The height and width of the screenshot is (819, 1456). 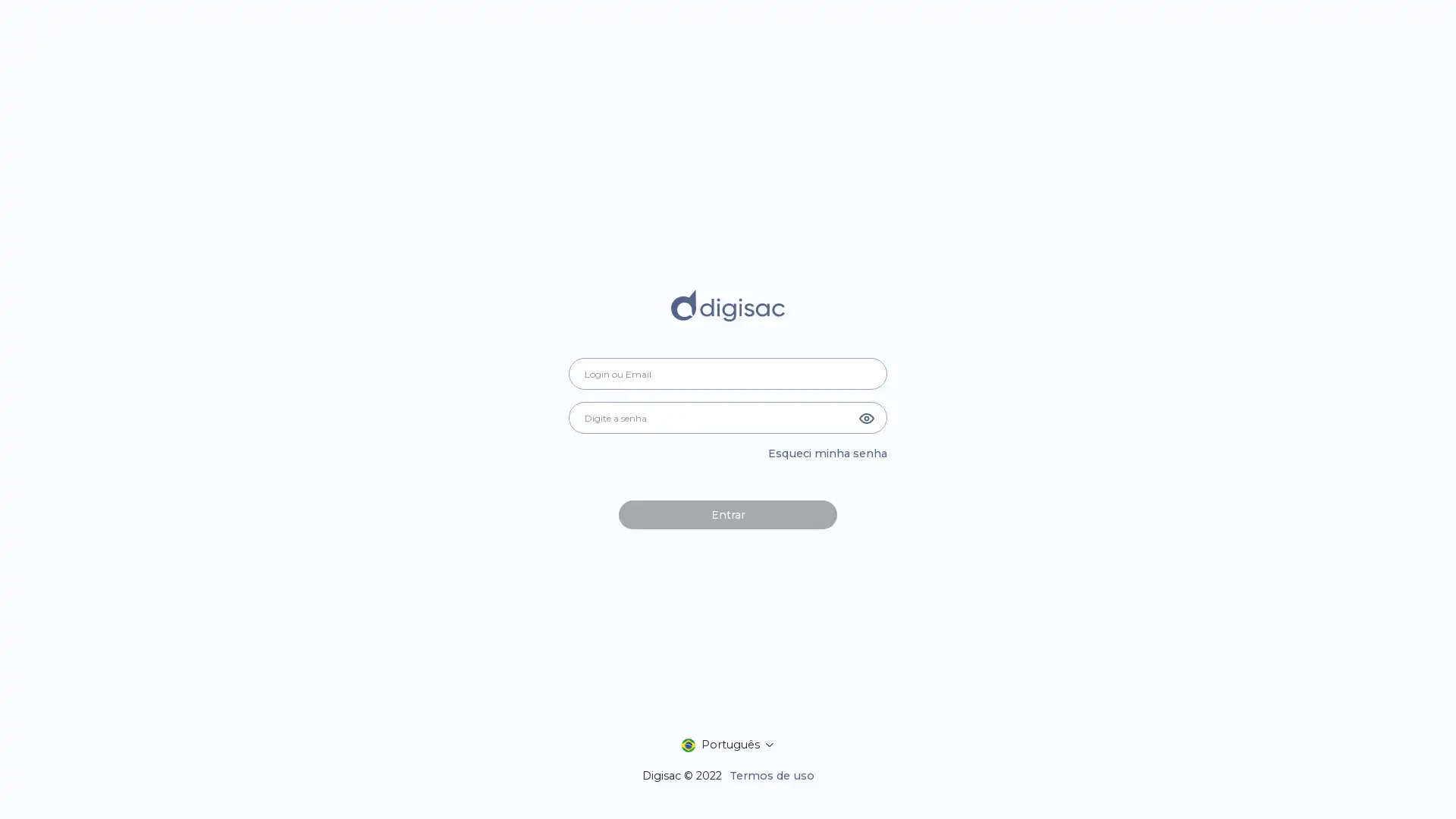 I want to click on Entrar, so click(x=728, y=513).